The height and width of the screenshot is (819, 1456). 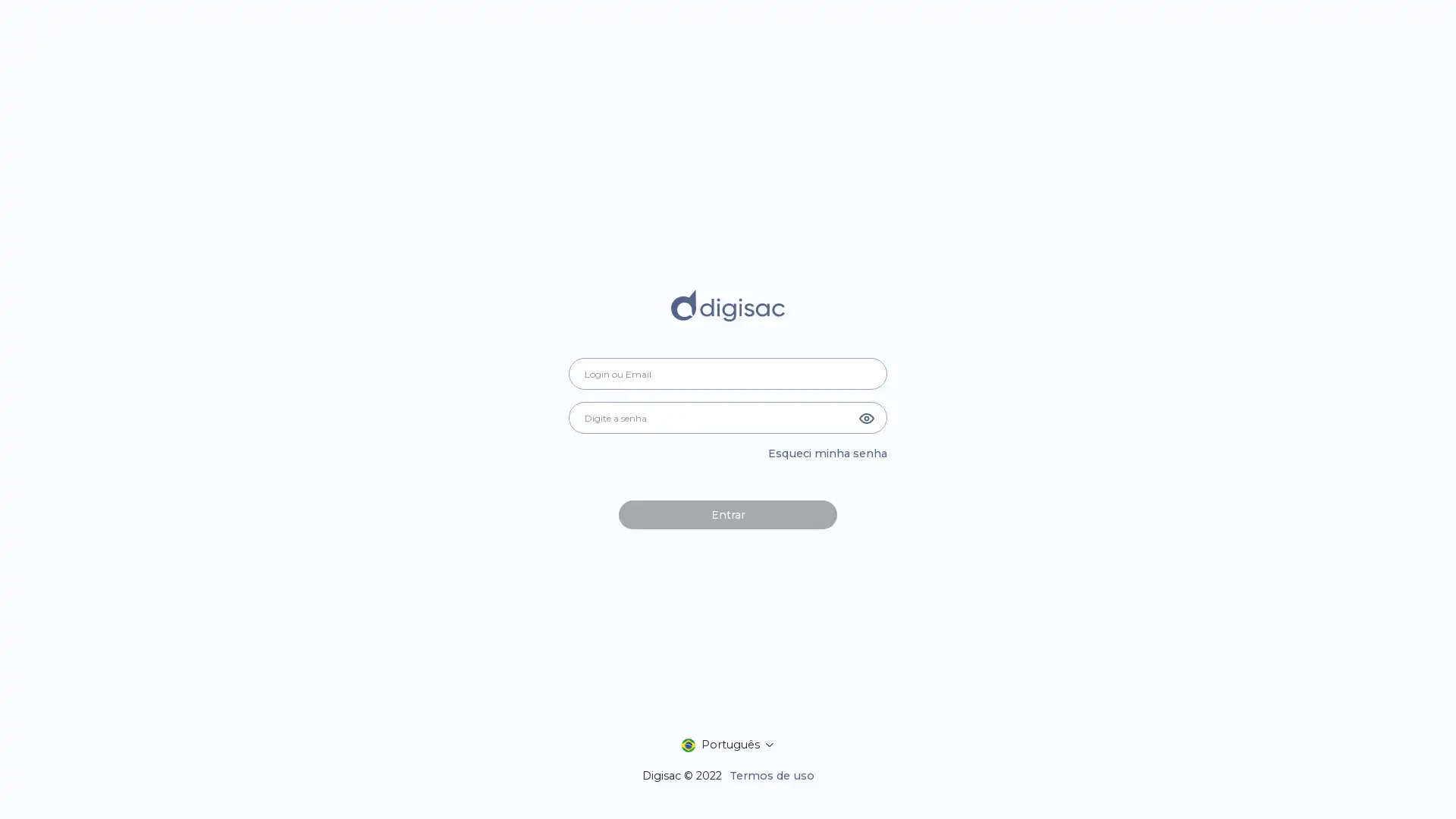 I want to click on Entrar, so click(x=728, y=513).